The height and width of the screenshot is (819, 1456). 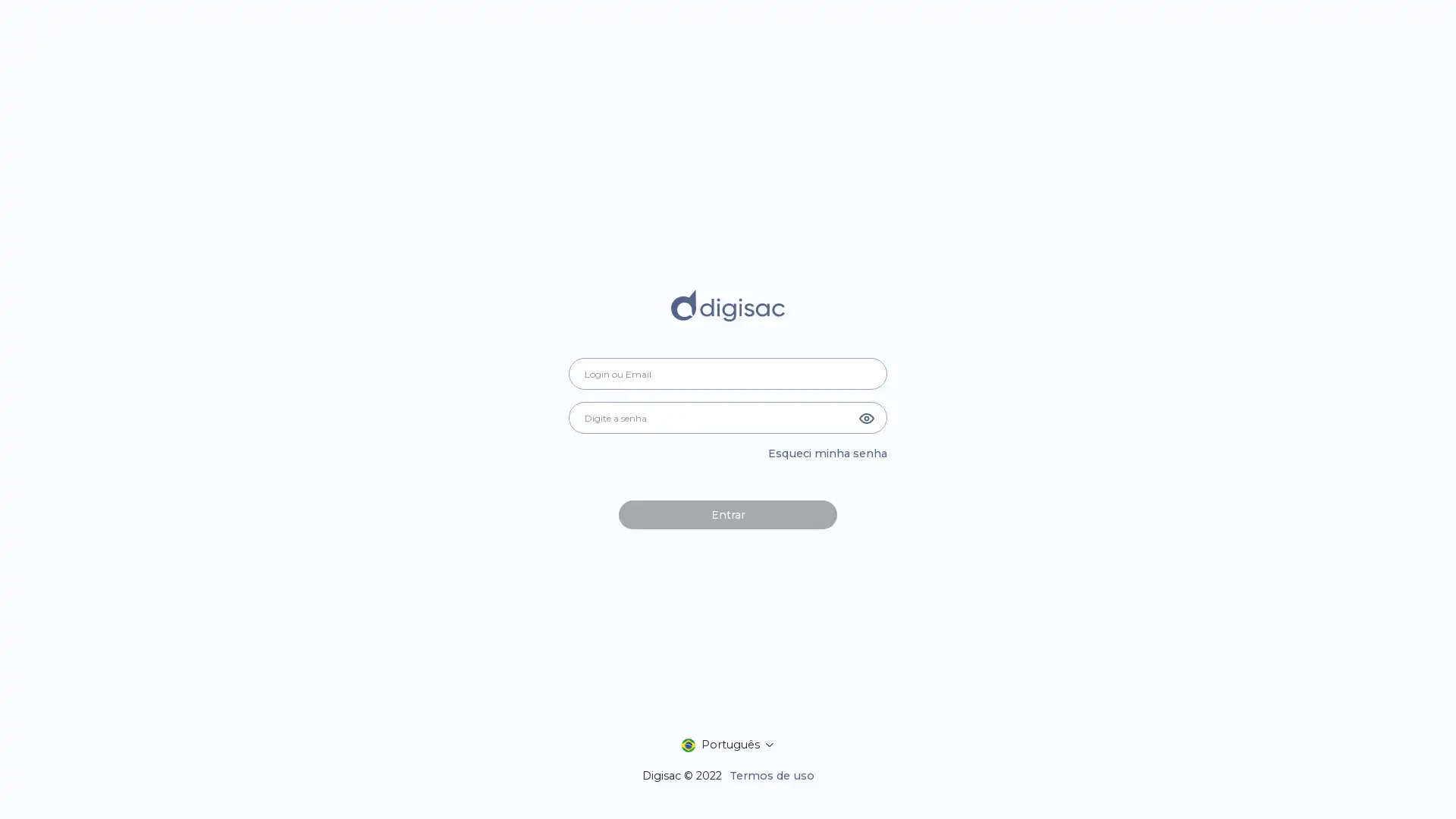 I want to click on Entrar, so click(x=728, y=513).